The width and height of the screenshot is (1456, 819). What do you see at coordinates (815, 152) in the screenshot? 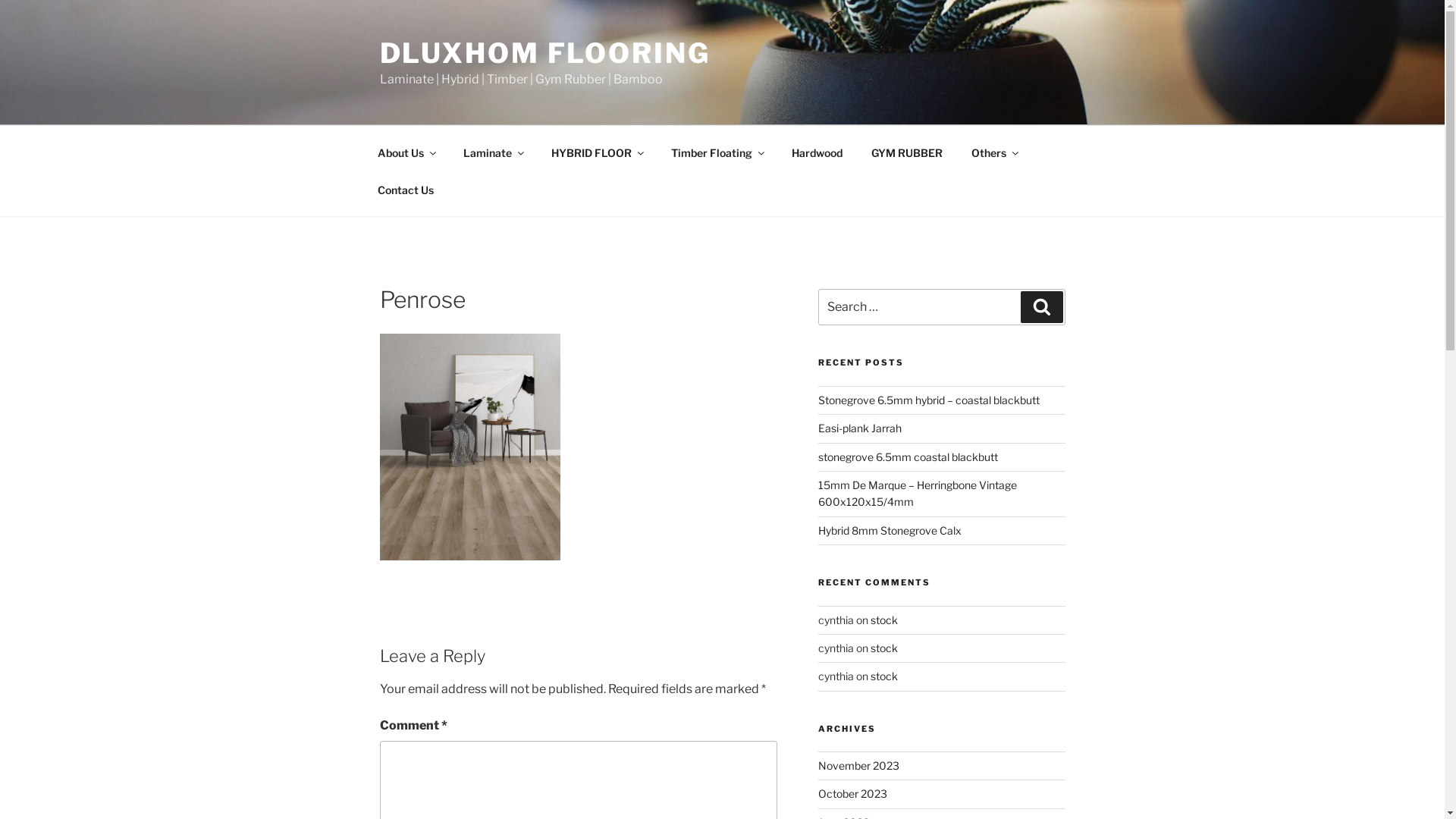
I see `'Hardwood'` at bounding box center [815, 152].